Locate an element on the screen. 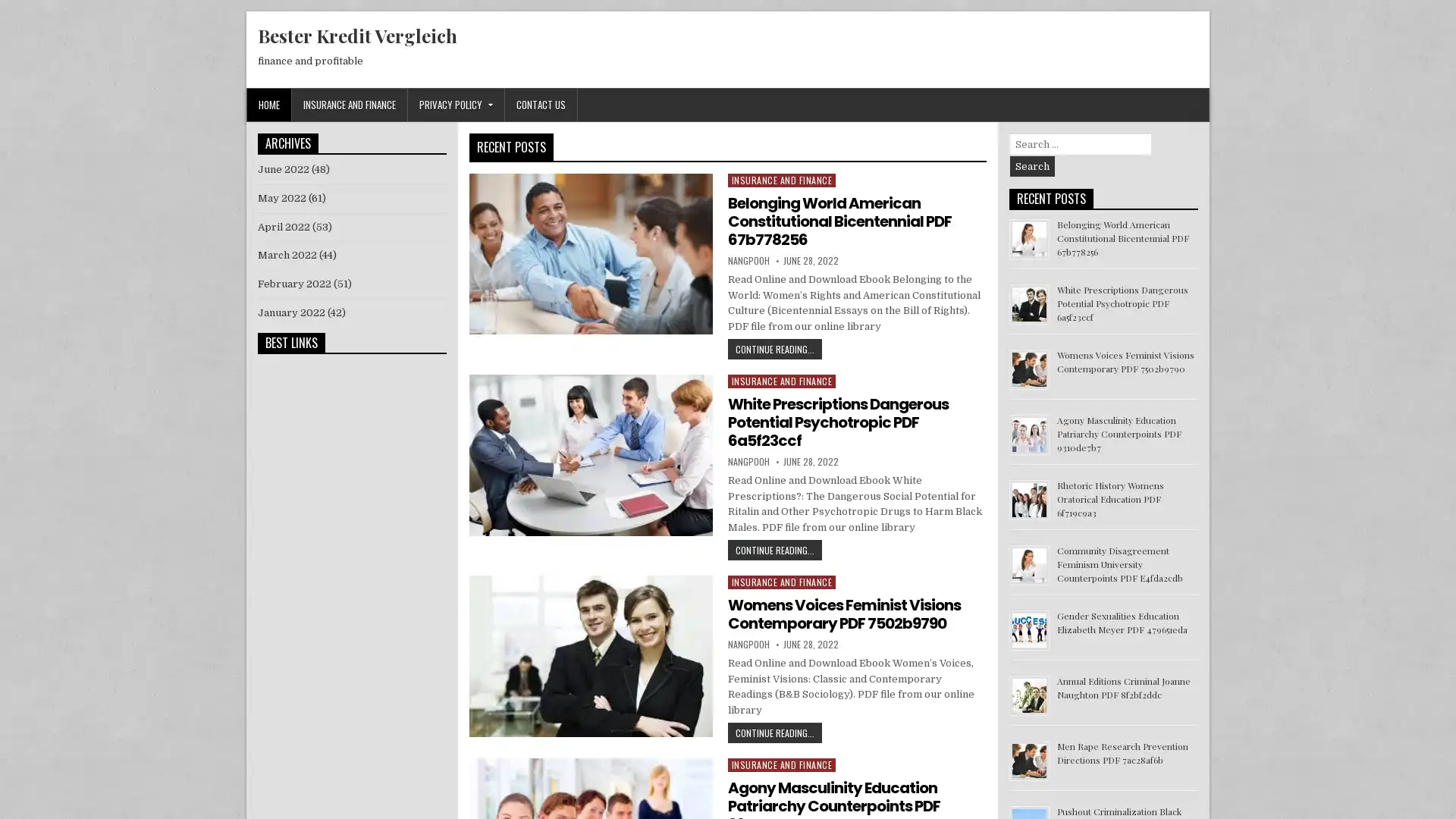  Search is located at coordinates (1031, 166).